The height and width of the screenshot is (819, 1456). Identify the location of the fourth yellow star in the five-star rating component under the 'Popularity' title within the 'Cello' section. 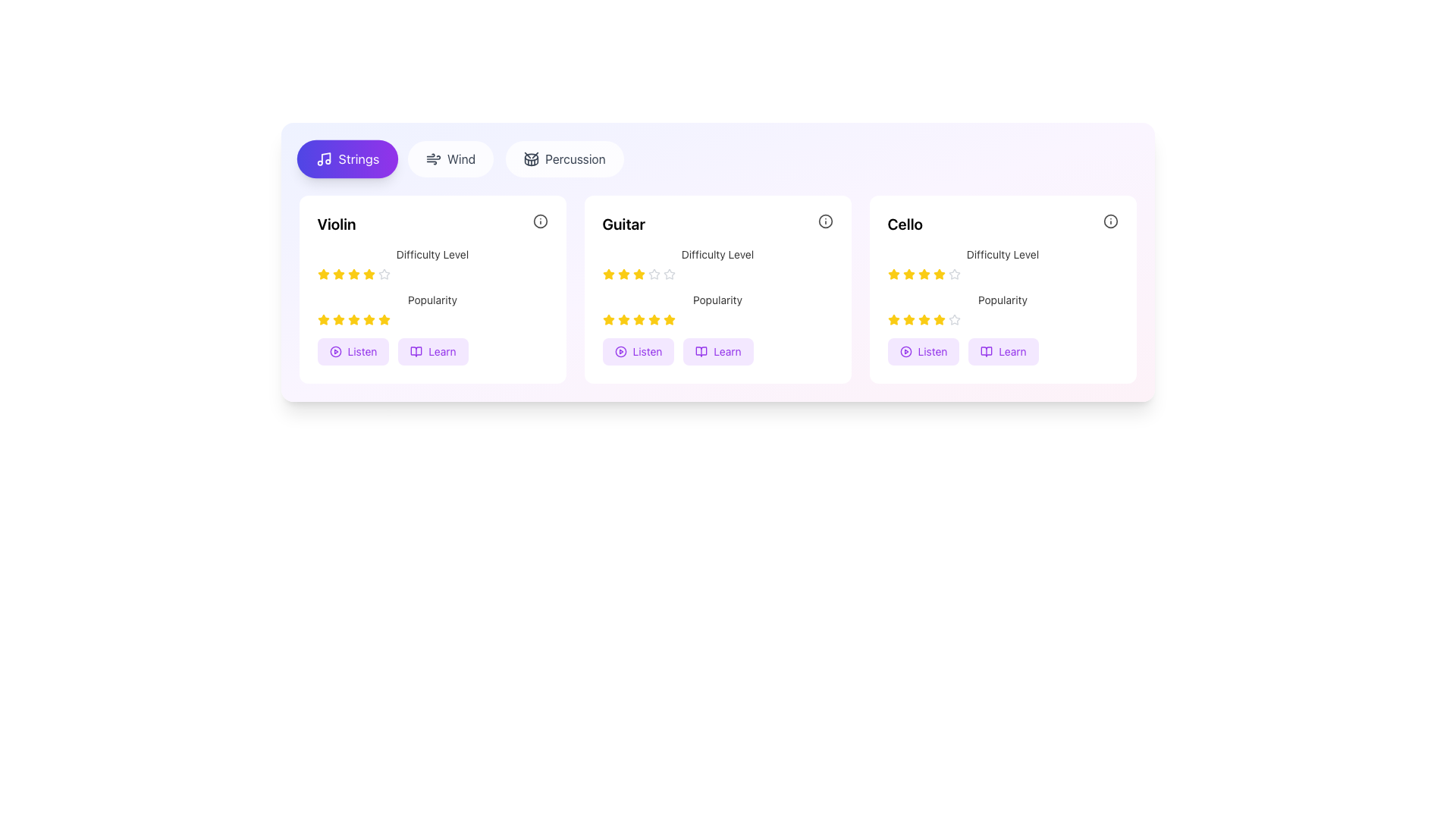
(938, 318).